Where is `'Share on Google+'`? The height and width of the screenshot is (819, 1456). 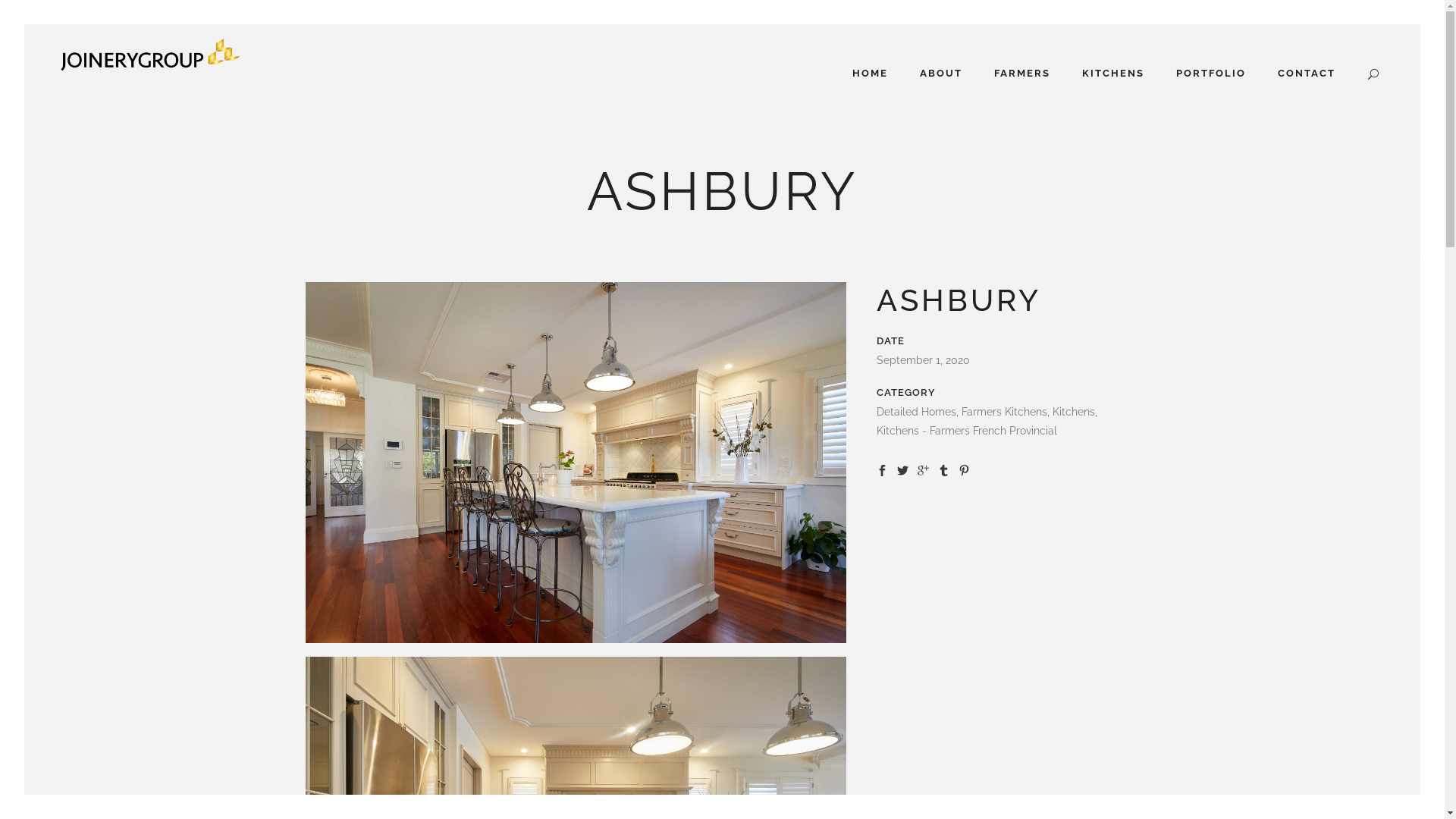 'Share on Google+' is located at coordinates (922, 468).